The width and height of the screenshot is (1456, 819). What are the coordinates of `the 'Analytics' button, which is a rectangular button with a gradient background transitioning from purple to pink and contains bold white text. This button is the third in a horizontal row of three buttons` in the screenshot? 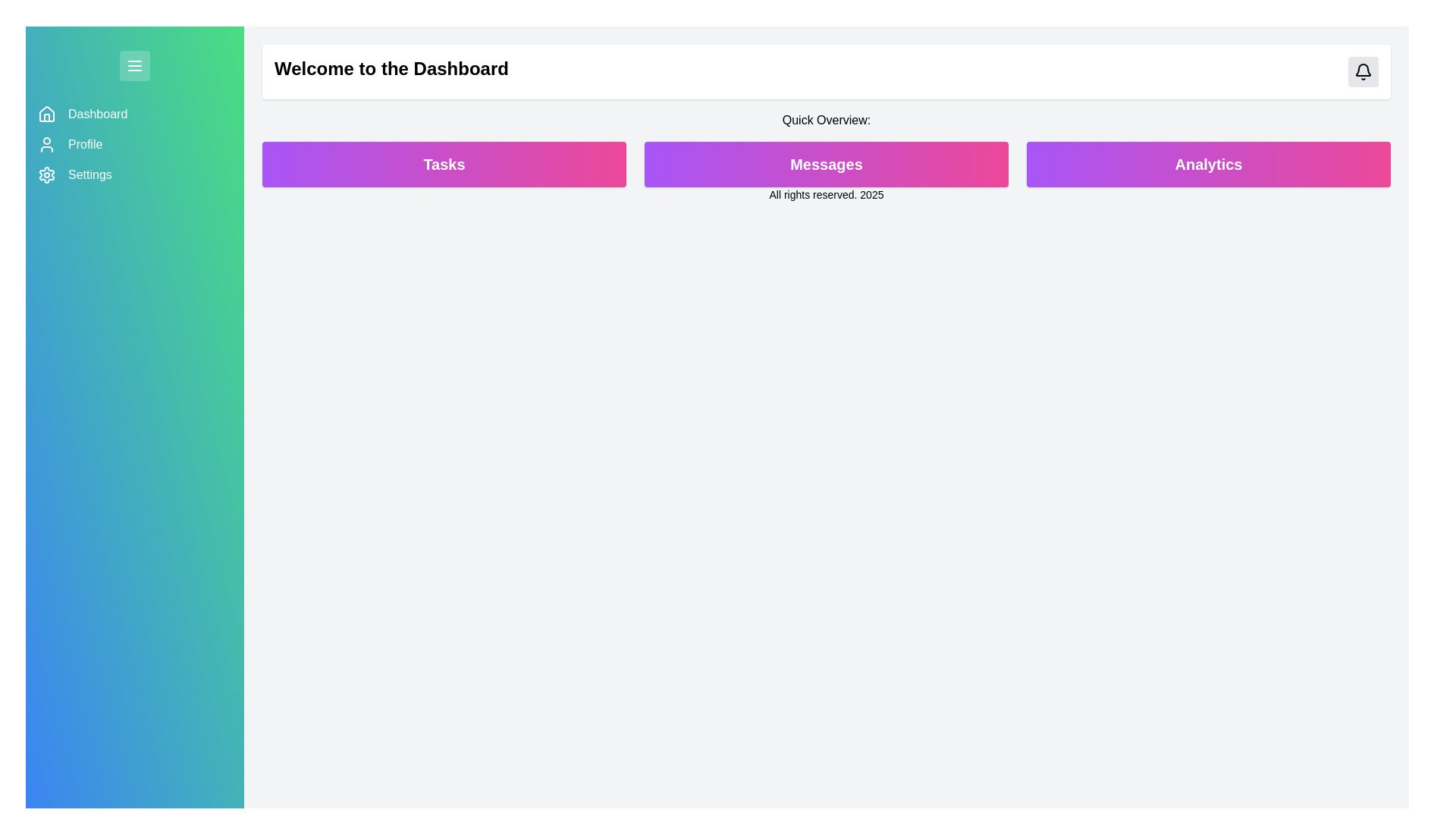 It's located at (1207, 164).